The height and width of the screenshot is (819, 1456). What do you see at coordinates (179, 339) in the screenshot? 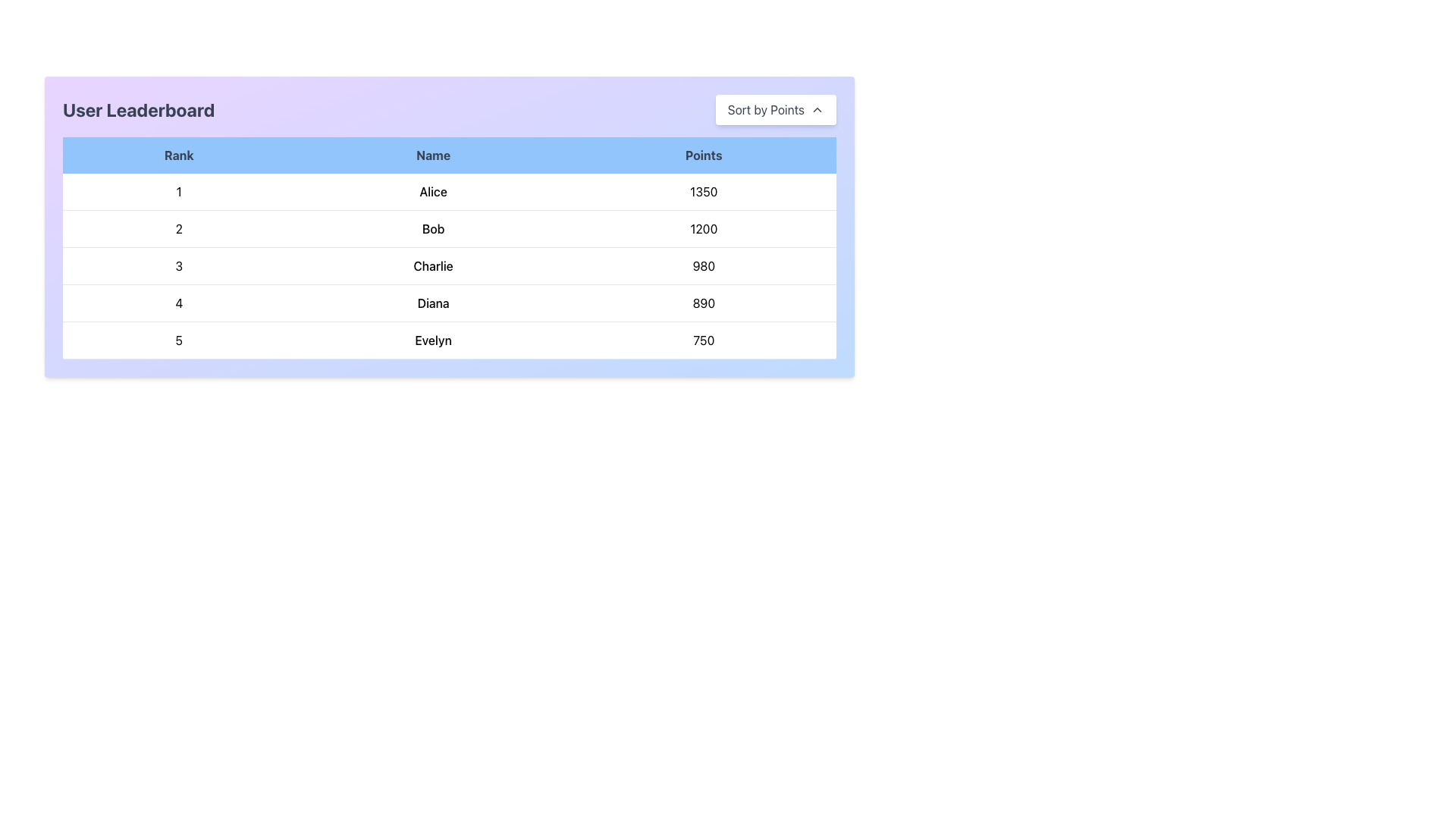
I see `the static text element displaying the rank number of 'Evelyn' in the leaderboard, located in the first cell of the last visible row under the 'Rank' column` at bounding box center [179, 339].